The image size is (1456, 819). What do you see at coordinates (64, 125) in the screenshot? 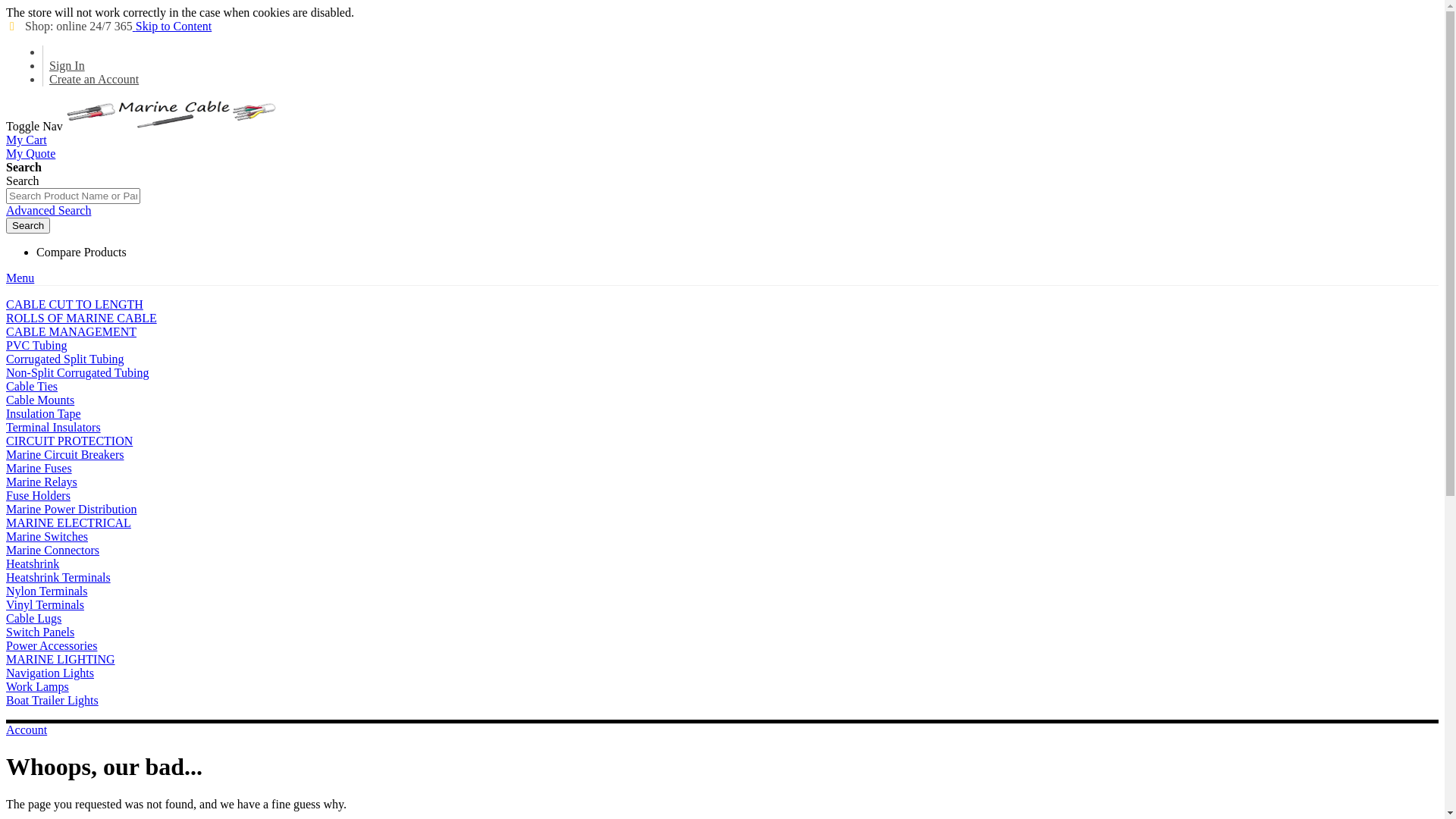
I see `'Marine Cable Supplied Worldwide'` at bounding box center [64, 125].